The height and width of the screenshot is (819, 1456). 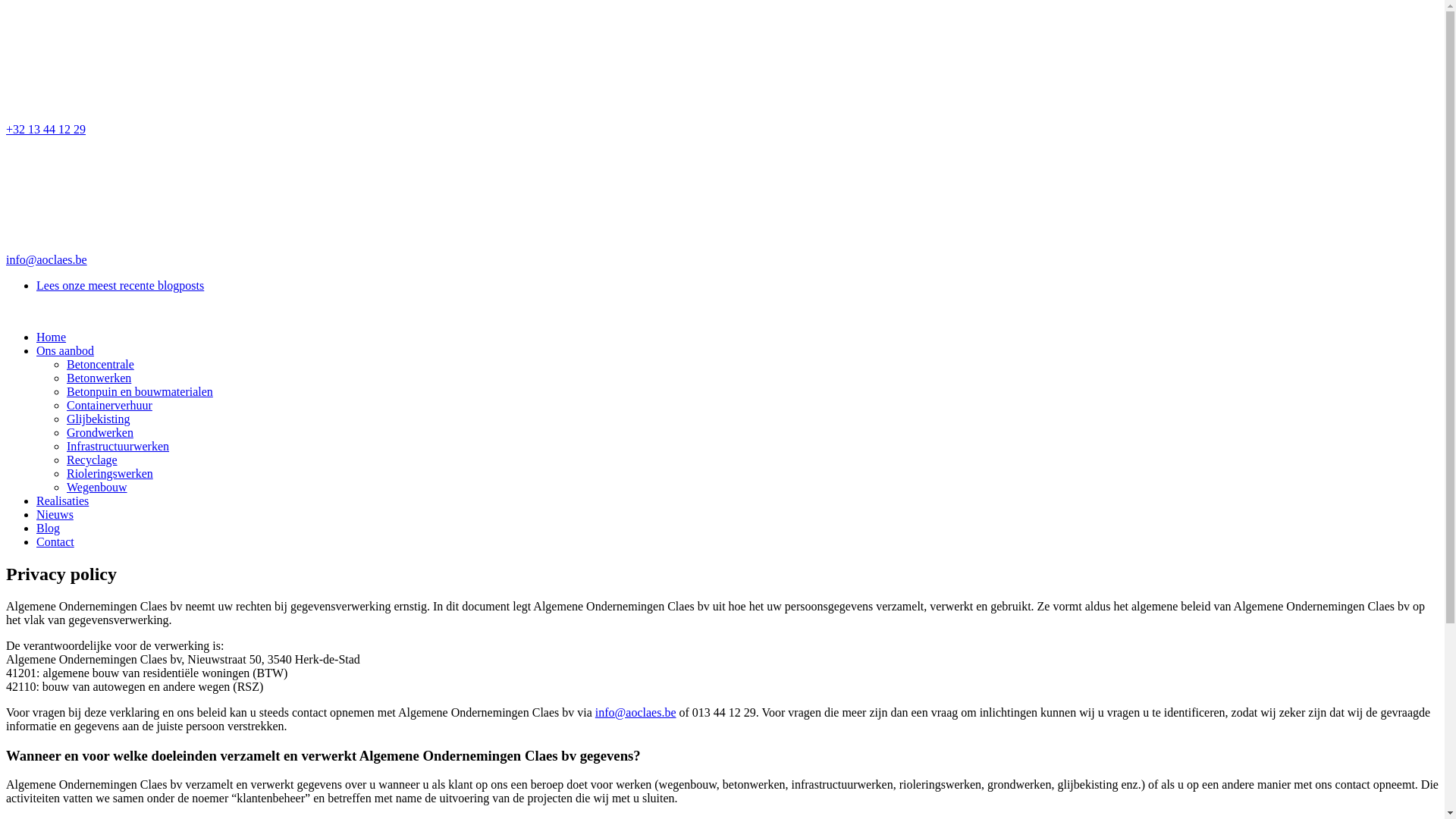 I want to click on 'Ons aanbod', so click(x=64, y=350).